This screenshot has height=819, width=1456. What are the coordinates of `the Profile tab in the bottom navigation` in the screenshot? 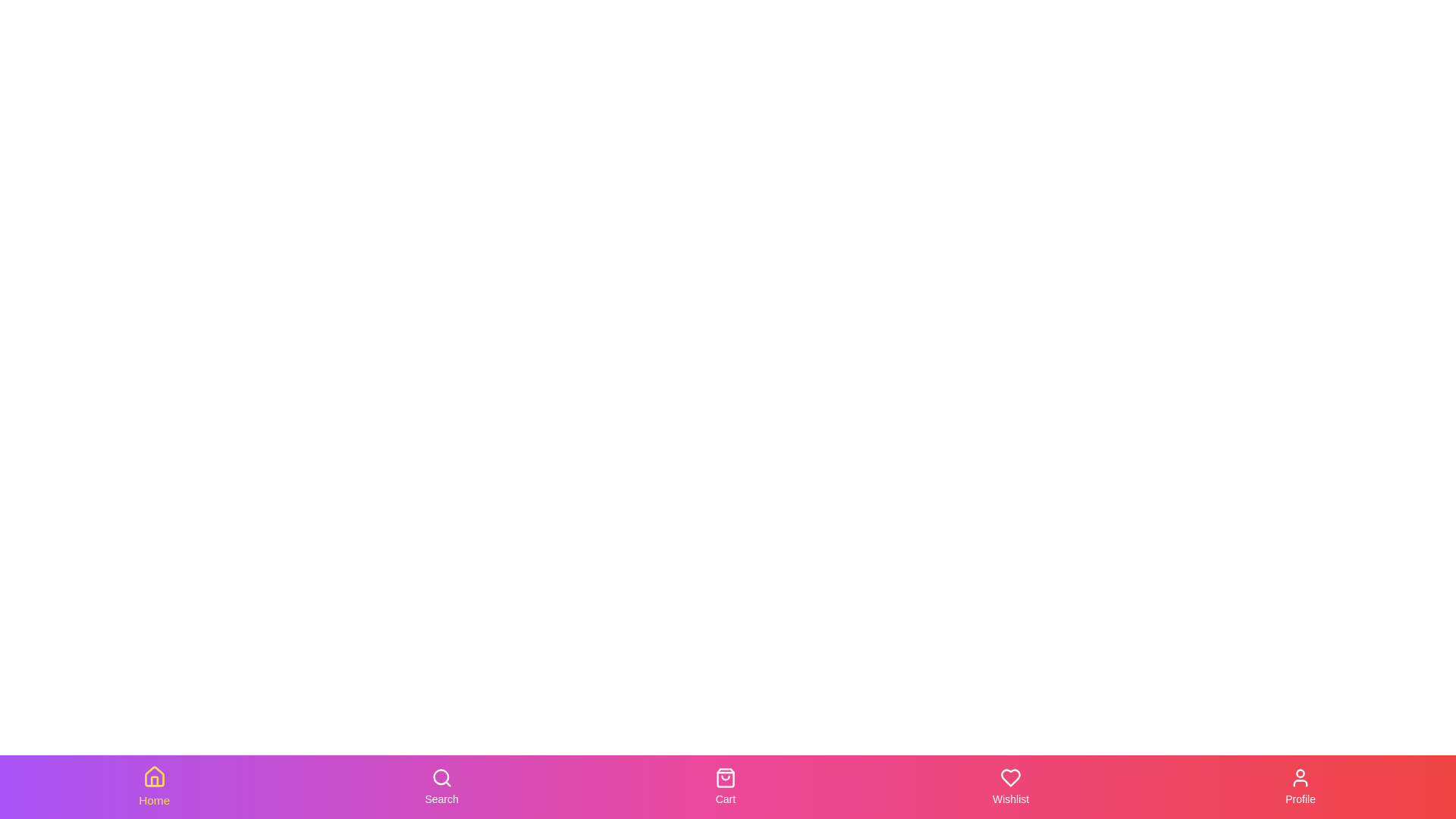 It's located at (1300, 786).